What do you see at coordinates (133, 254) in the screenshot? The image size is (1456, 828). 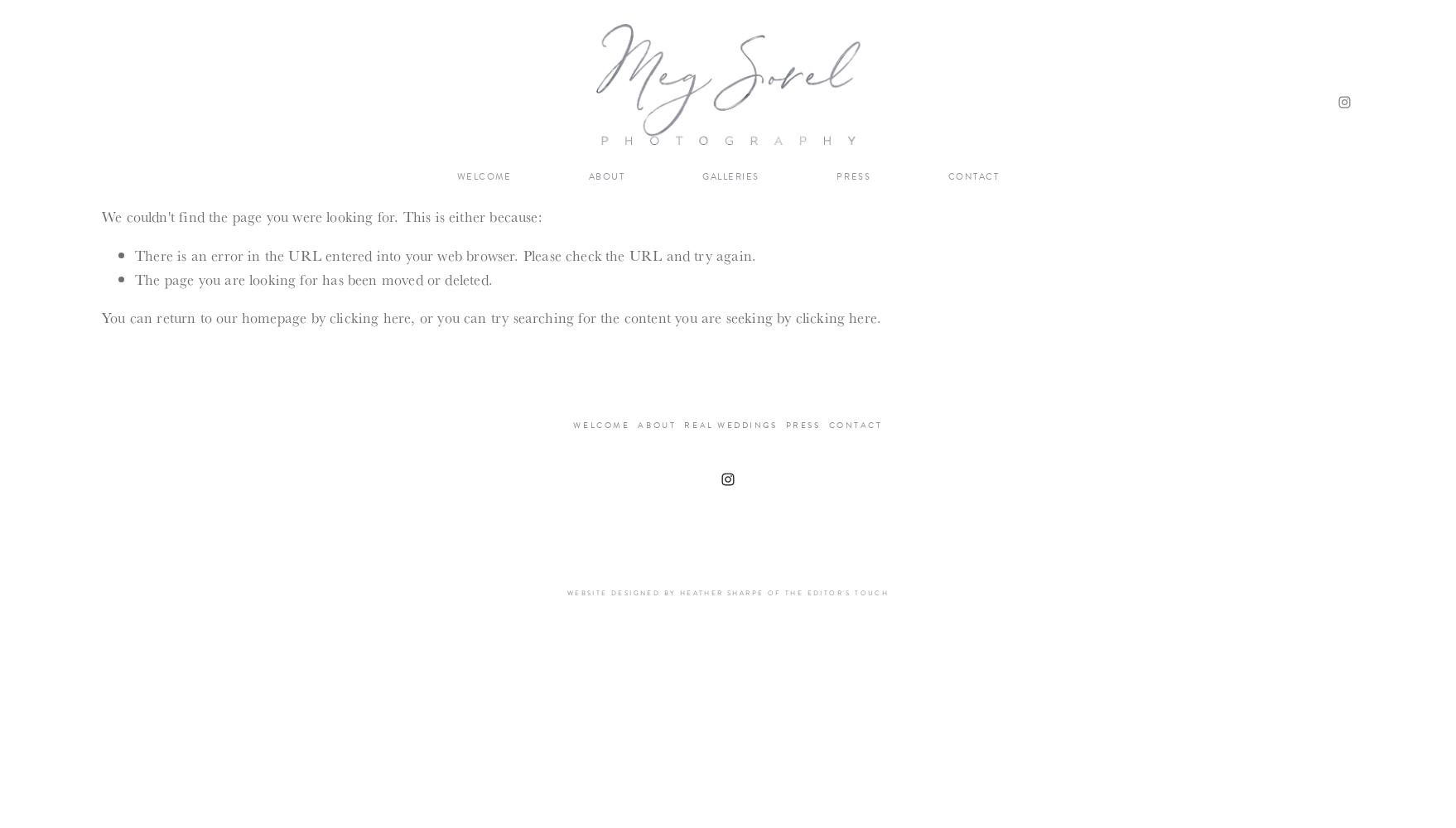 I see `'There is an error in the URL entered into your web browser. Please check the URL and try again.'` at bounding box center [133, 254].